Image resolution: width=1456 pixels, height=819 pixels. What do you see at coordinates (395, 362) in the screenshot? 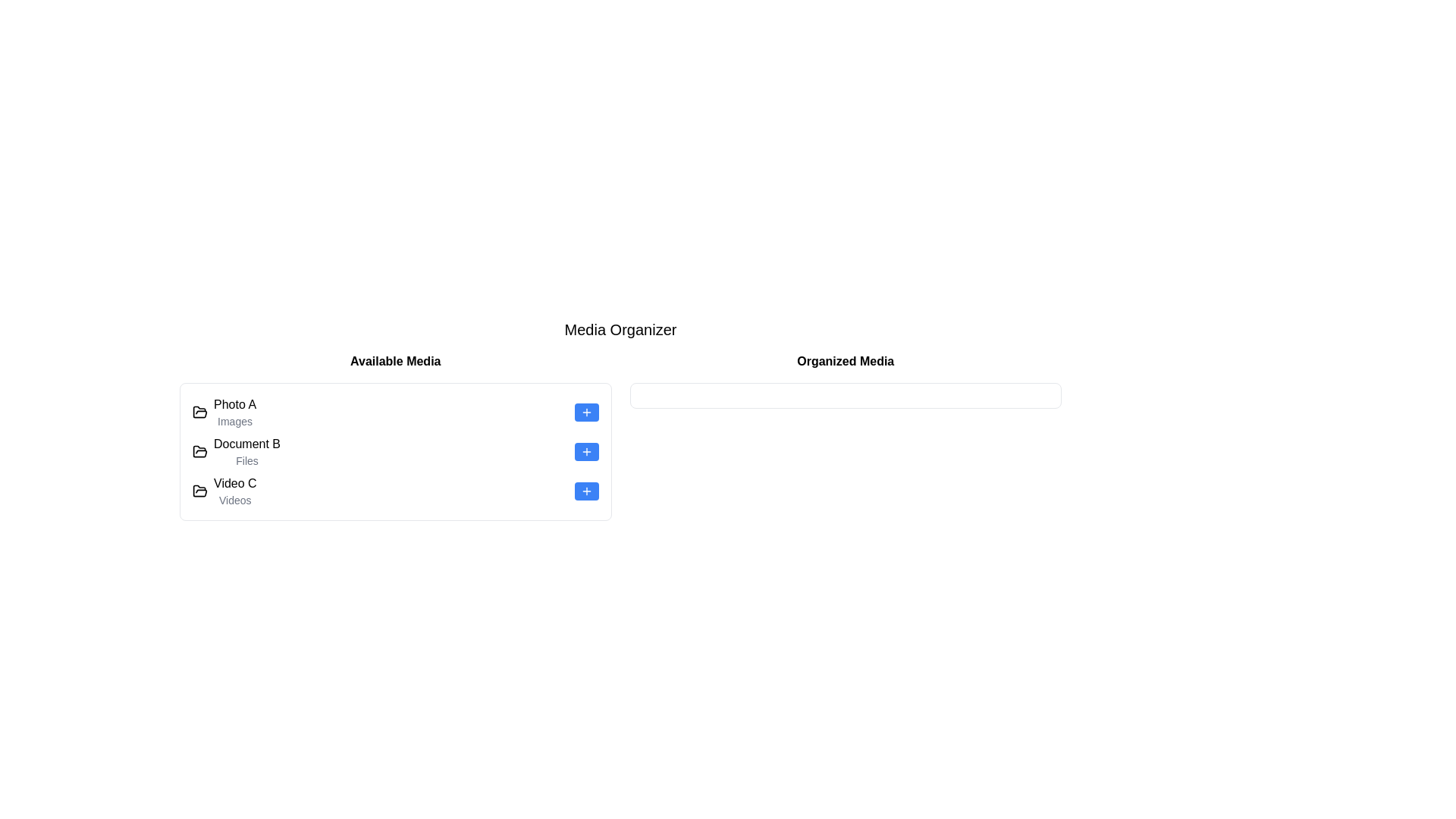
I see `the Text Label that serves as a heading for the media files section, located under 'Media Organizer' and above the list of items such as 'Photo A,' 'Document B,' and 'Video C.'` at bounding box center [395, 362].